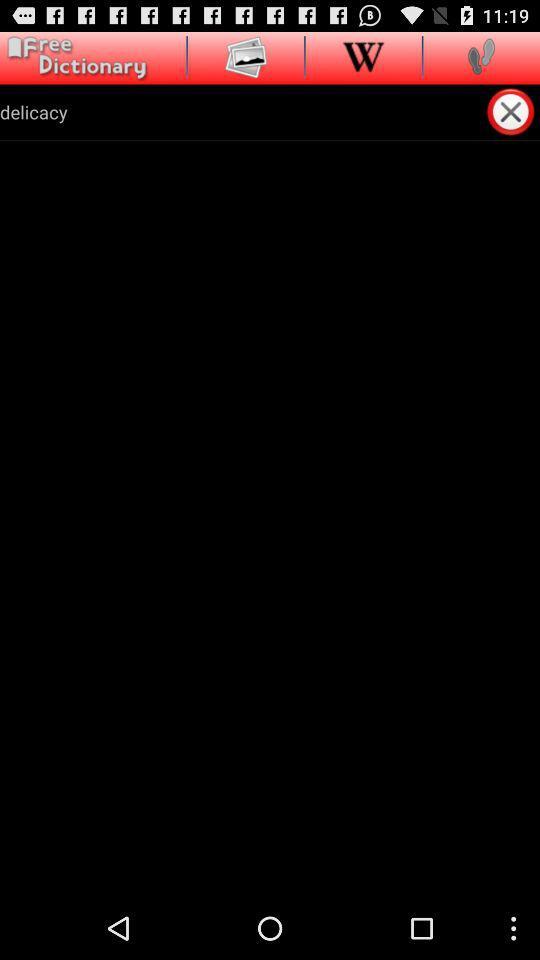 The width and height of the screenshot is (540, 960). I want to click on images, so click(246, 55).